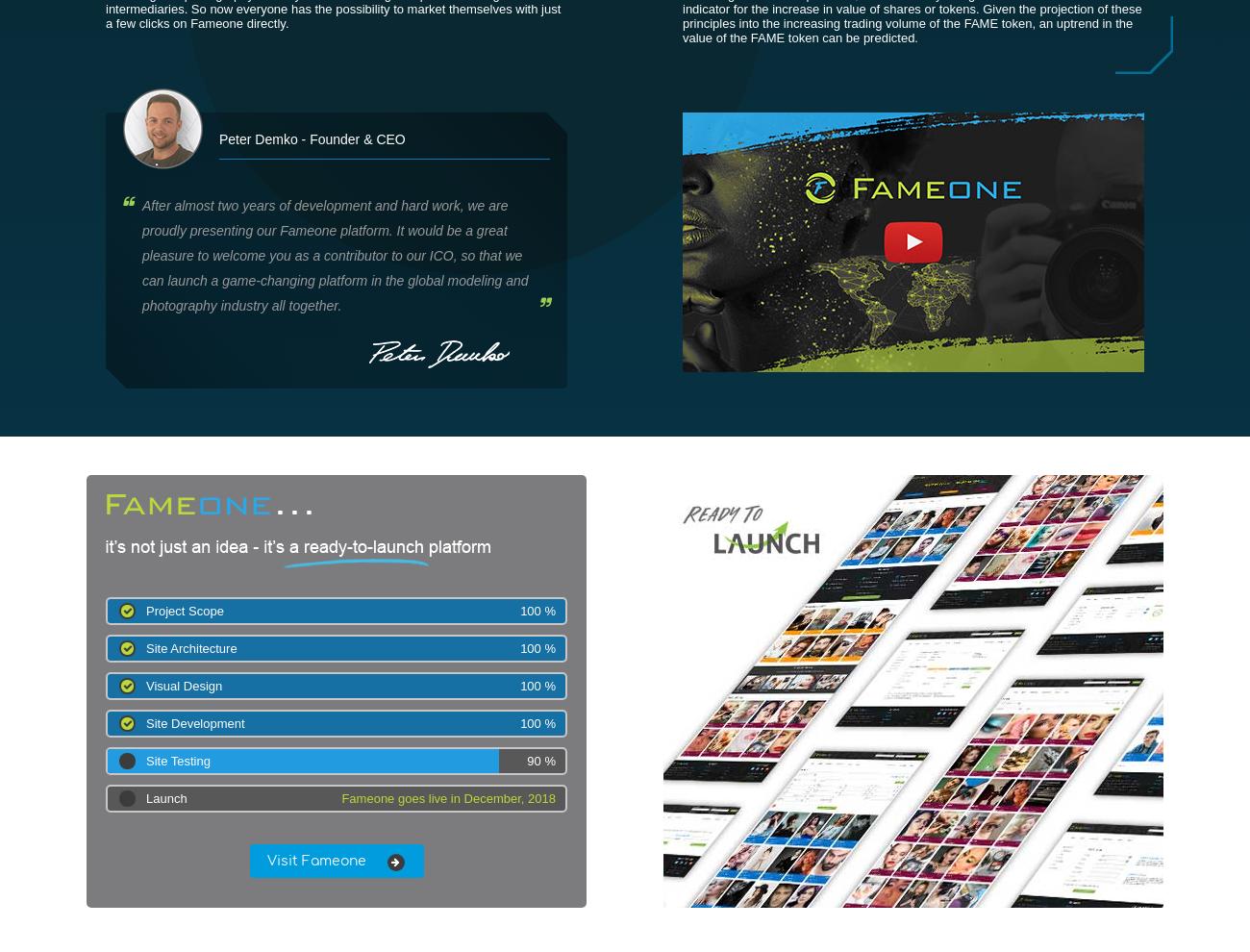 The width and height of the screenshot is (1250, 952). Describe the element at coordinates (334, 256) in the screenshot. I see `'After almost two years of development and hard work, we are proudly presenting our Fameone platform.
										It would be a great pleasure to welcome you as a contributor to our ICO, so that we can
										launch a game-changing platform in the global modeling and photography industry all together.'` at that location.